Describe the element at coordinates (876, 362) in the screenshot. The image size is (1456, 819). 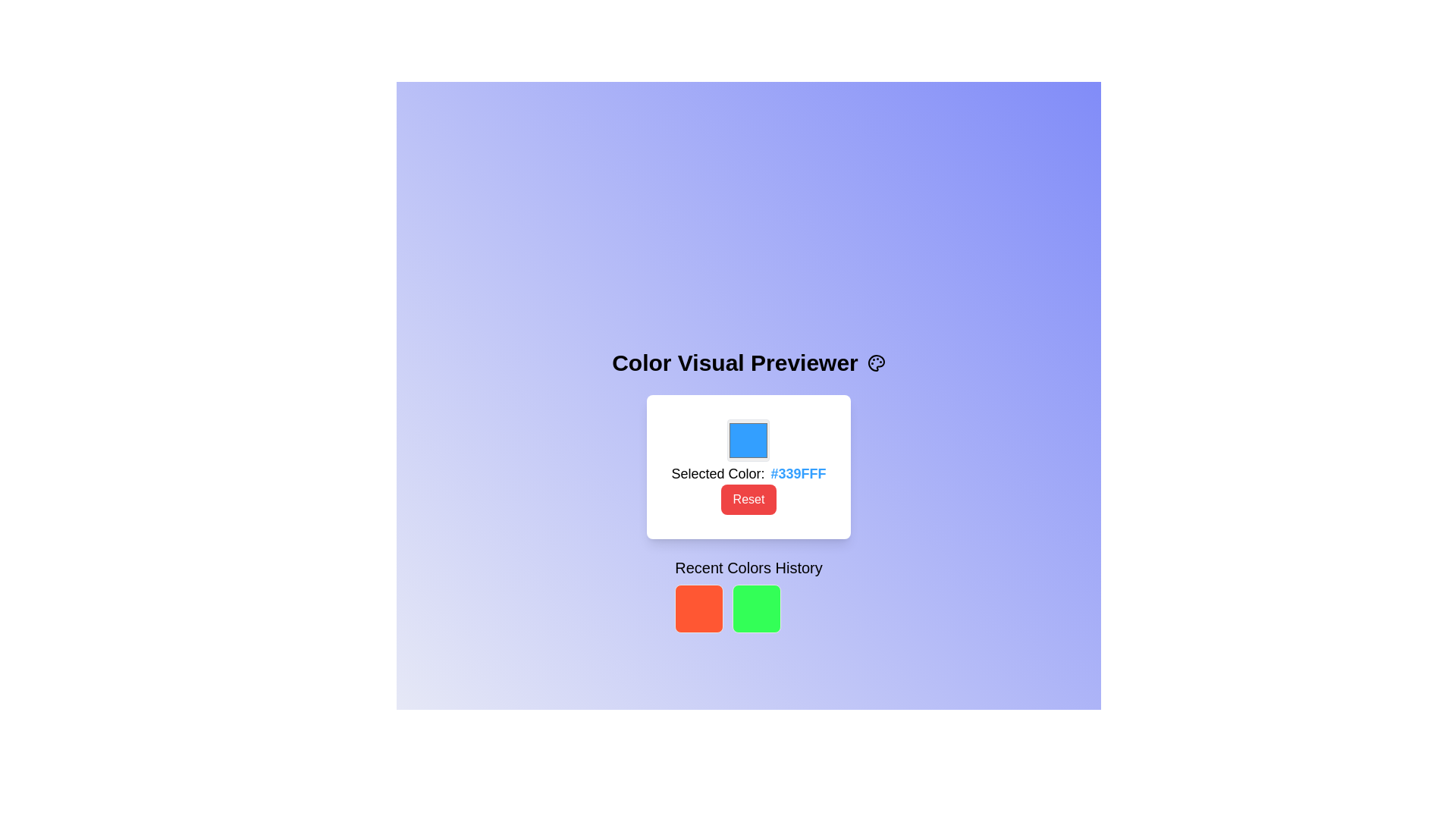
I see `the decorative icon representing a painter's palette, which is positioned to the right of the 'Color Visual Previewer' text` at that location.